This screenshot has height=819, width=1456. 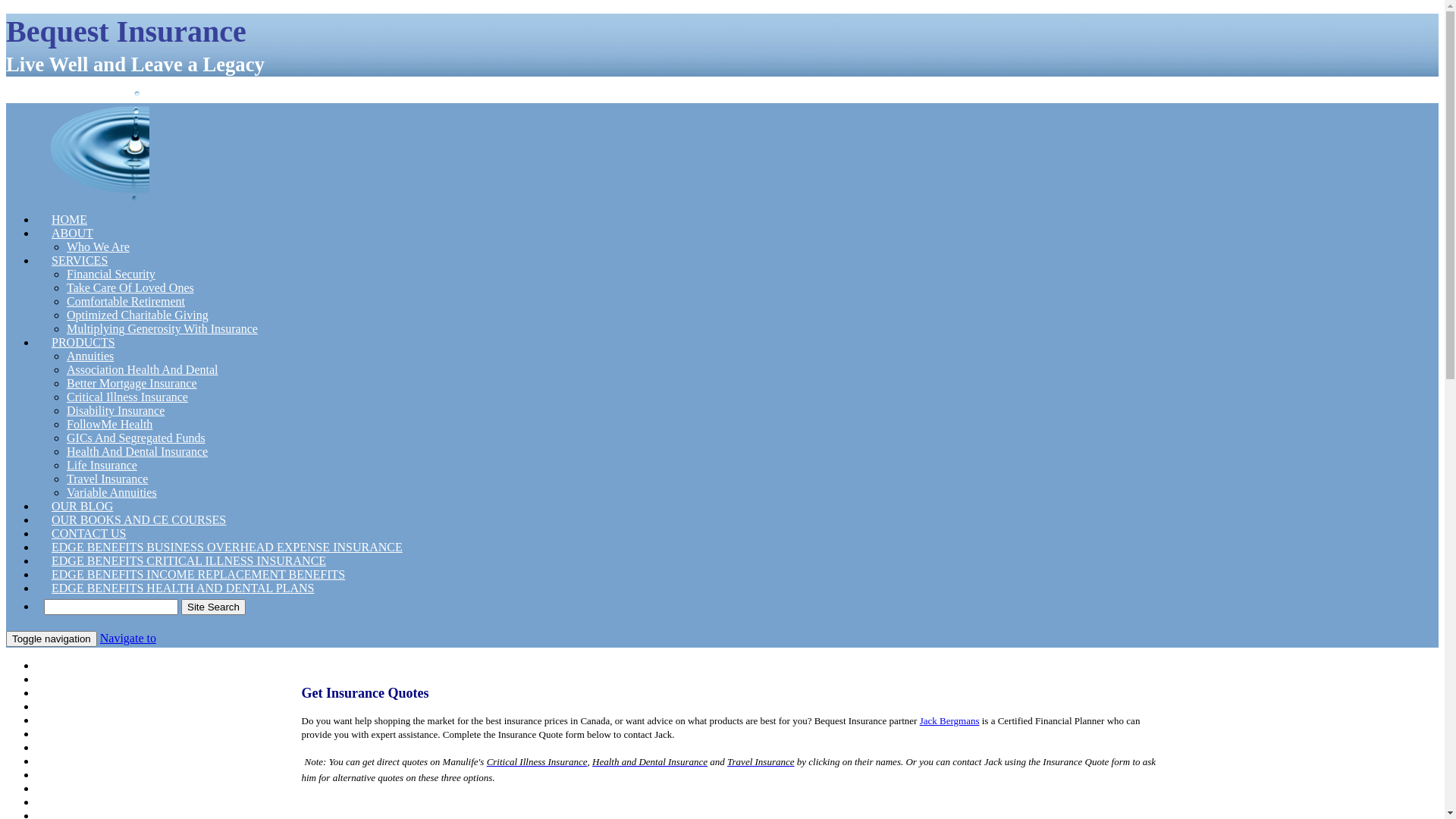 I want to click on 'Site Search', so click(x=212, y=606).